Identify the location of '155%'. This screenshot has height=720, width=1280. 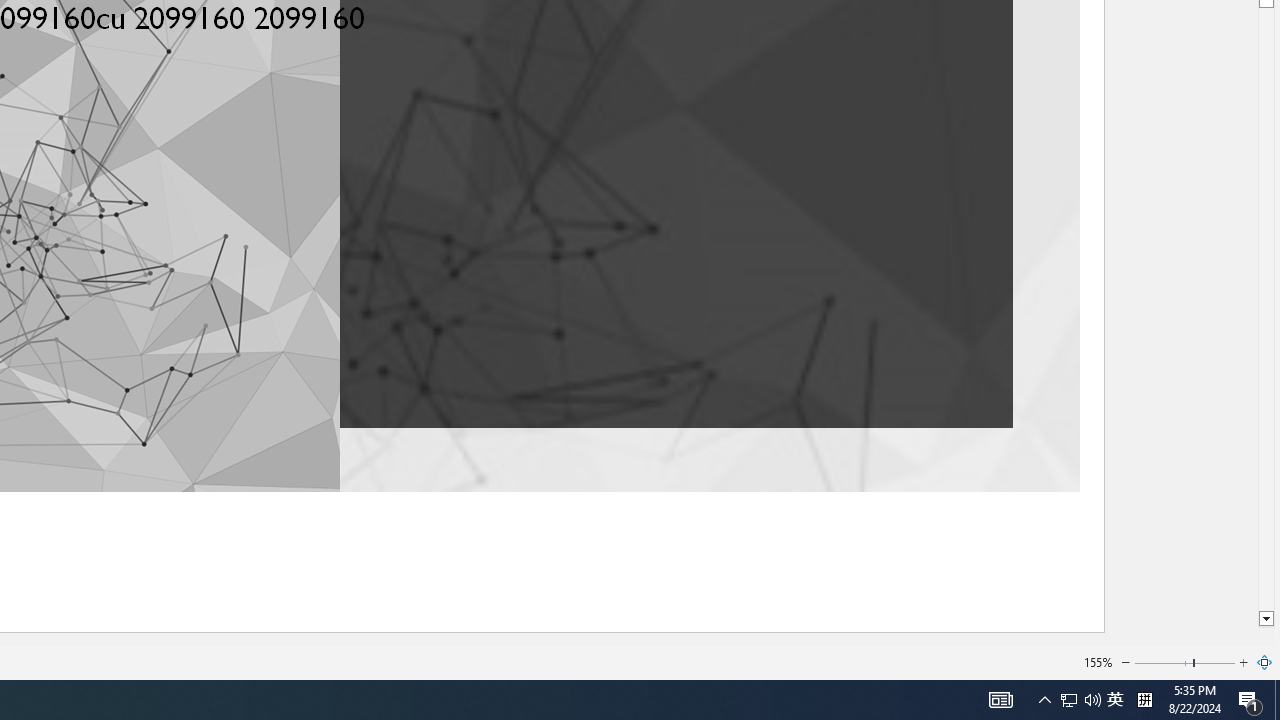
(1097, 662).